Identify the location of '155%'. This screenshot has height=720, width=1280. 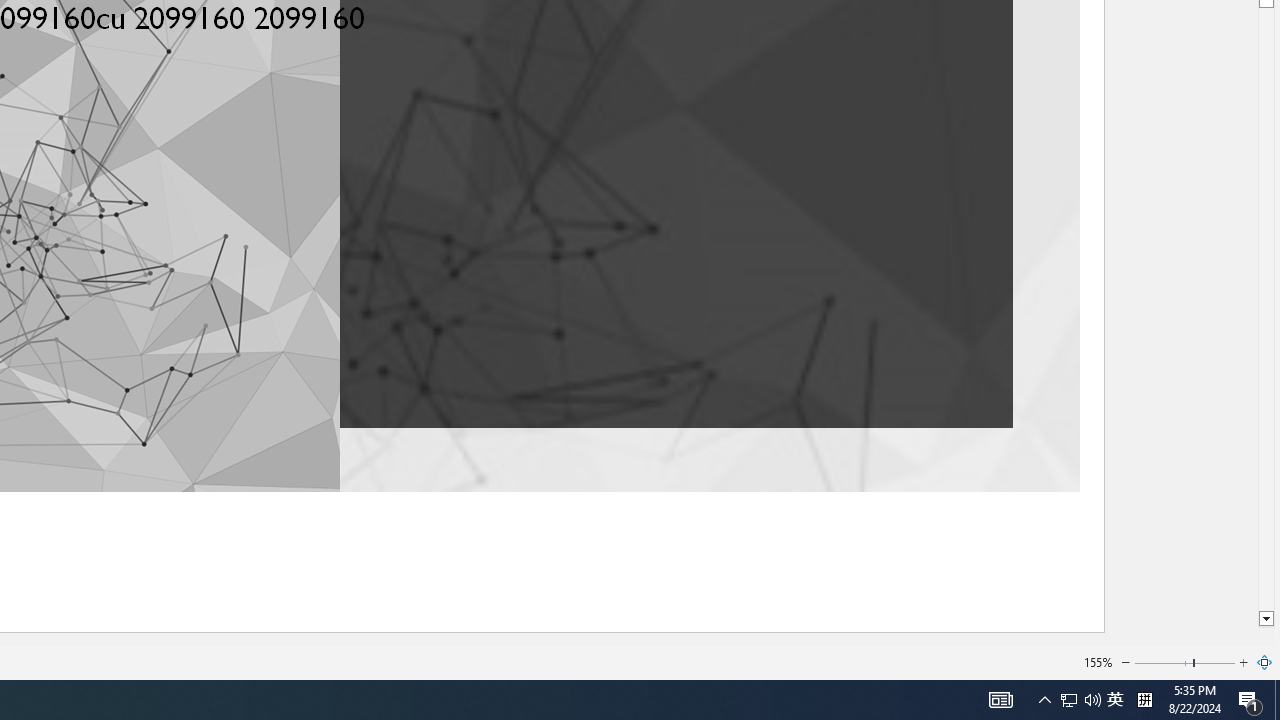
(1097, 662).